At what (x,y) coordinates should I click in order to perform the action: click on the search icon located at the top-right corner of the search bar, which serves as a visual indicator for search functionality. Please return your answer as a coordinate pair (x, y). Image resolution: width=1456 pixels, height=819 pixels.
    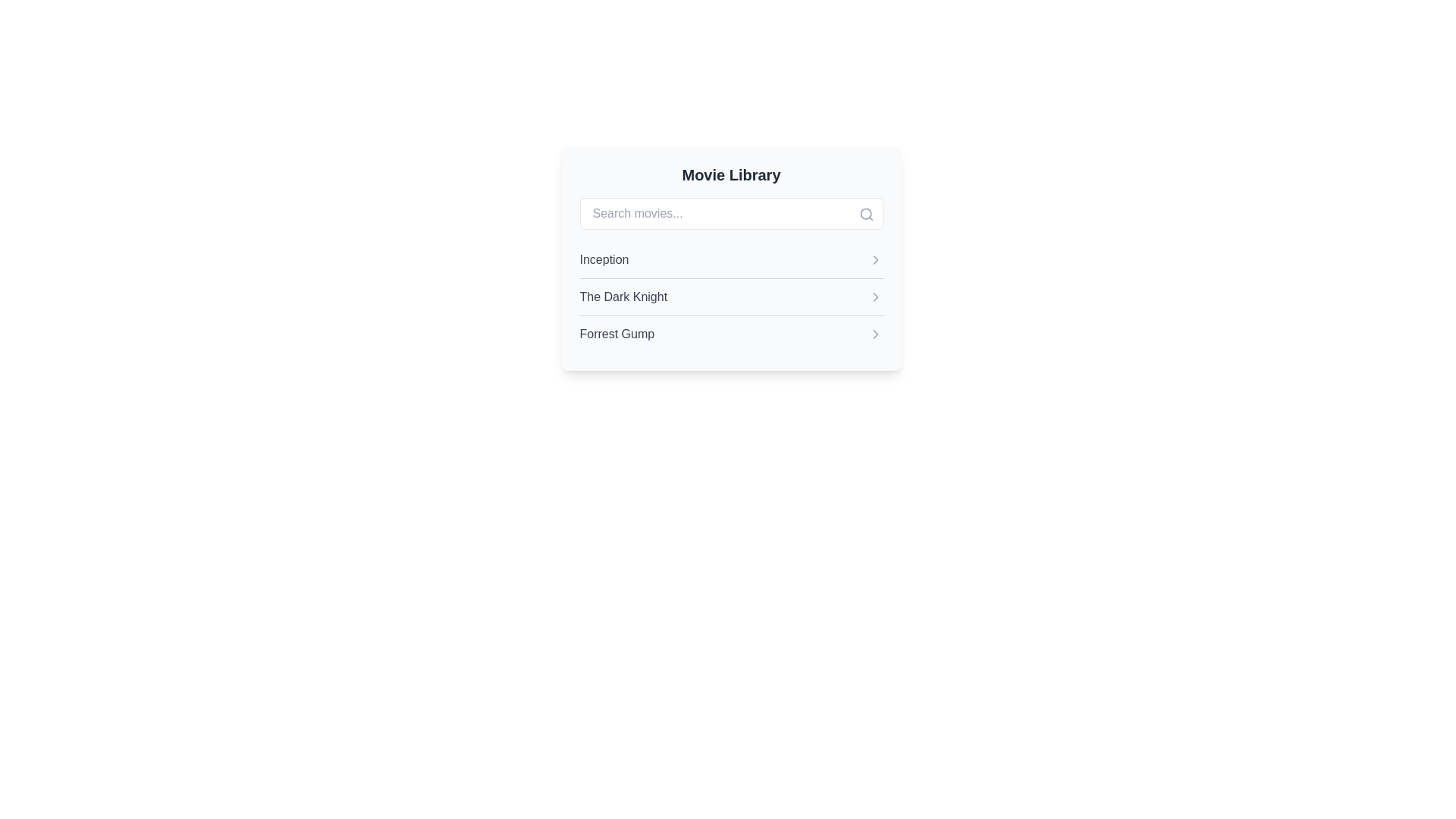
    Looking at the image, I should click on (866, 214).